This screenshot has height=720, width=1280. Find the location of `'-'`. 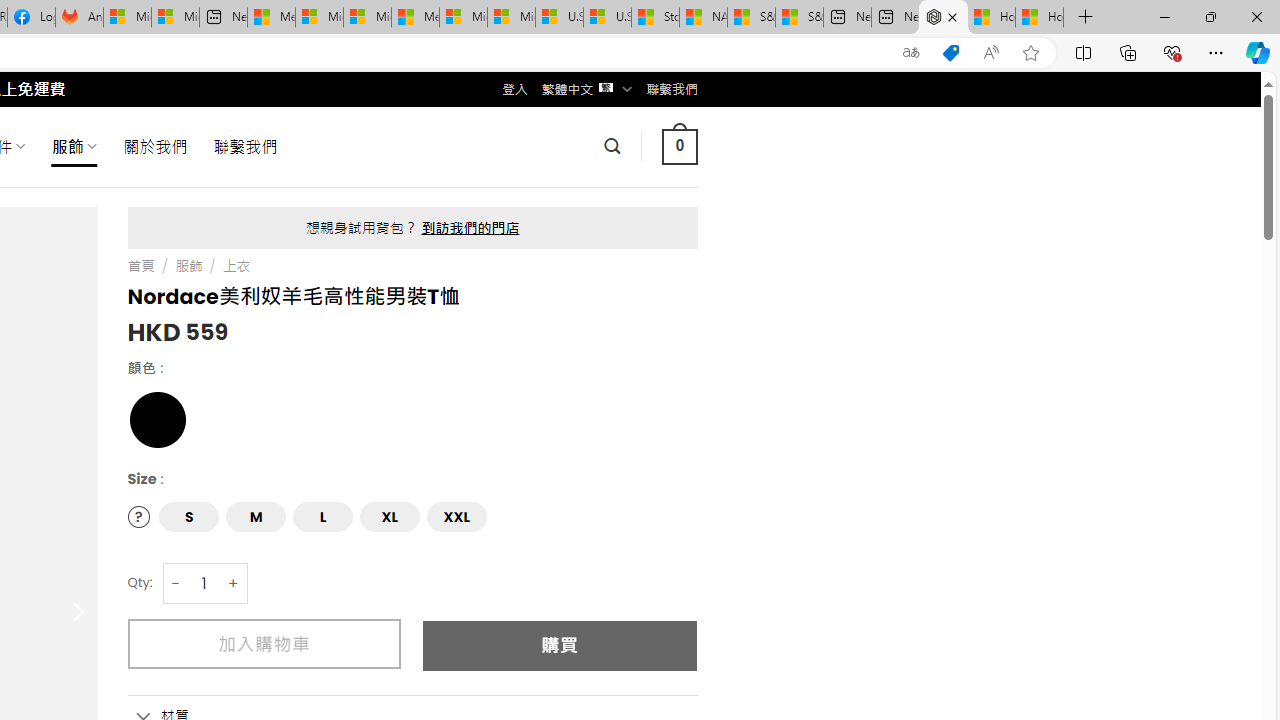

'-' is located at coordinates (176, 583).